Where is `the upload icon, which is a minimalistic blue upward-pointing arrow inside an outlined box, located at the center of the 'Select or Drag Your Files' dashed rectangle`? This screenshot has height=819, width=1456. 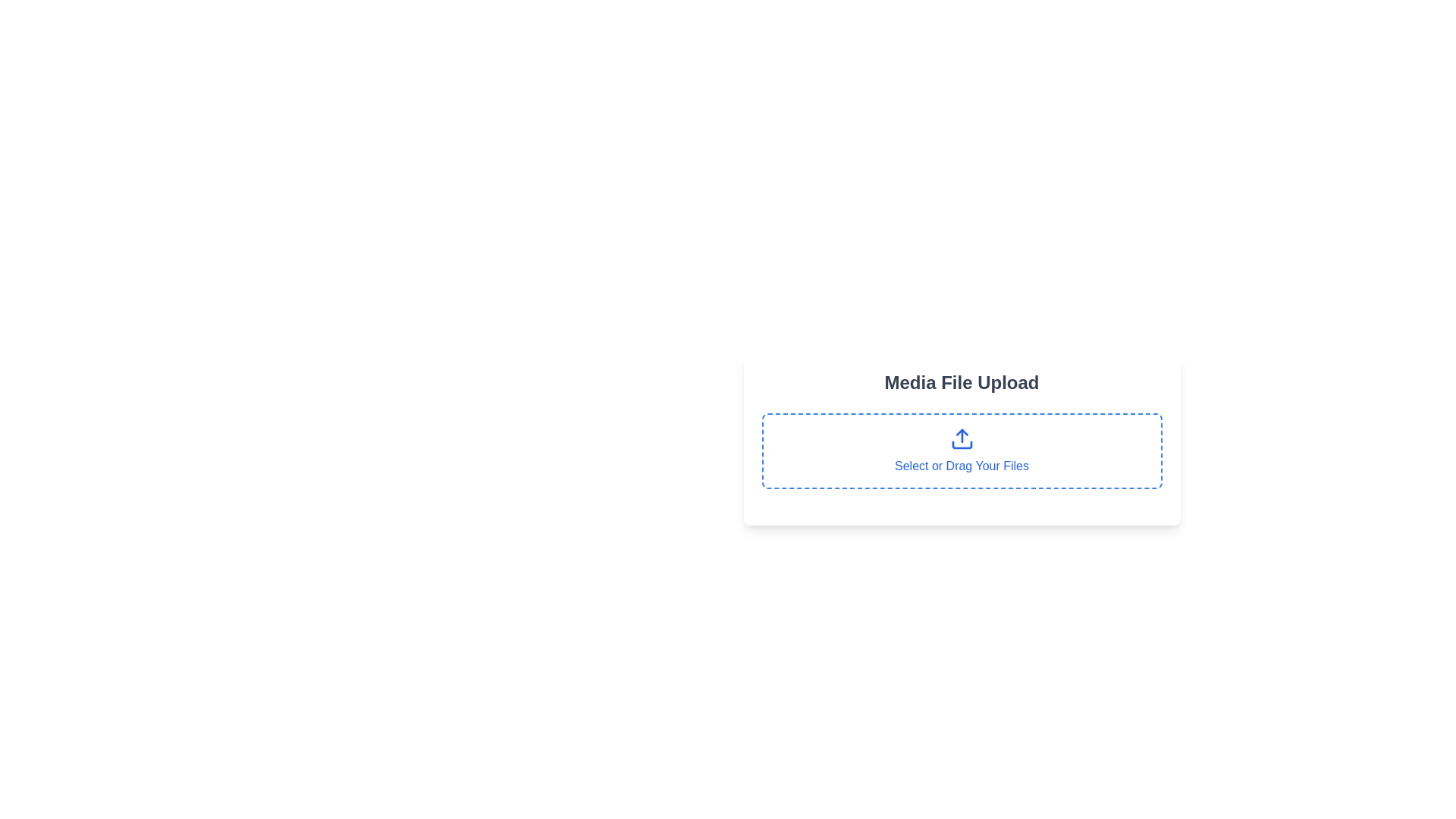 the upload icon, which is a minimalistic blue upward-pointing arrow inside an outlined box, located at the center of the 'Select or Drag Your Files' dashed rectangle is located at coordinates (961, 438).